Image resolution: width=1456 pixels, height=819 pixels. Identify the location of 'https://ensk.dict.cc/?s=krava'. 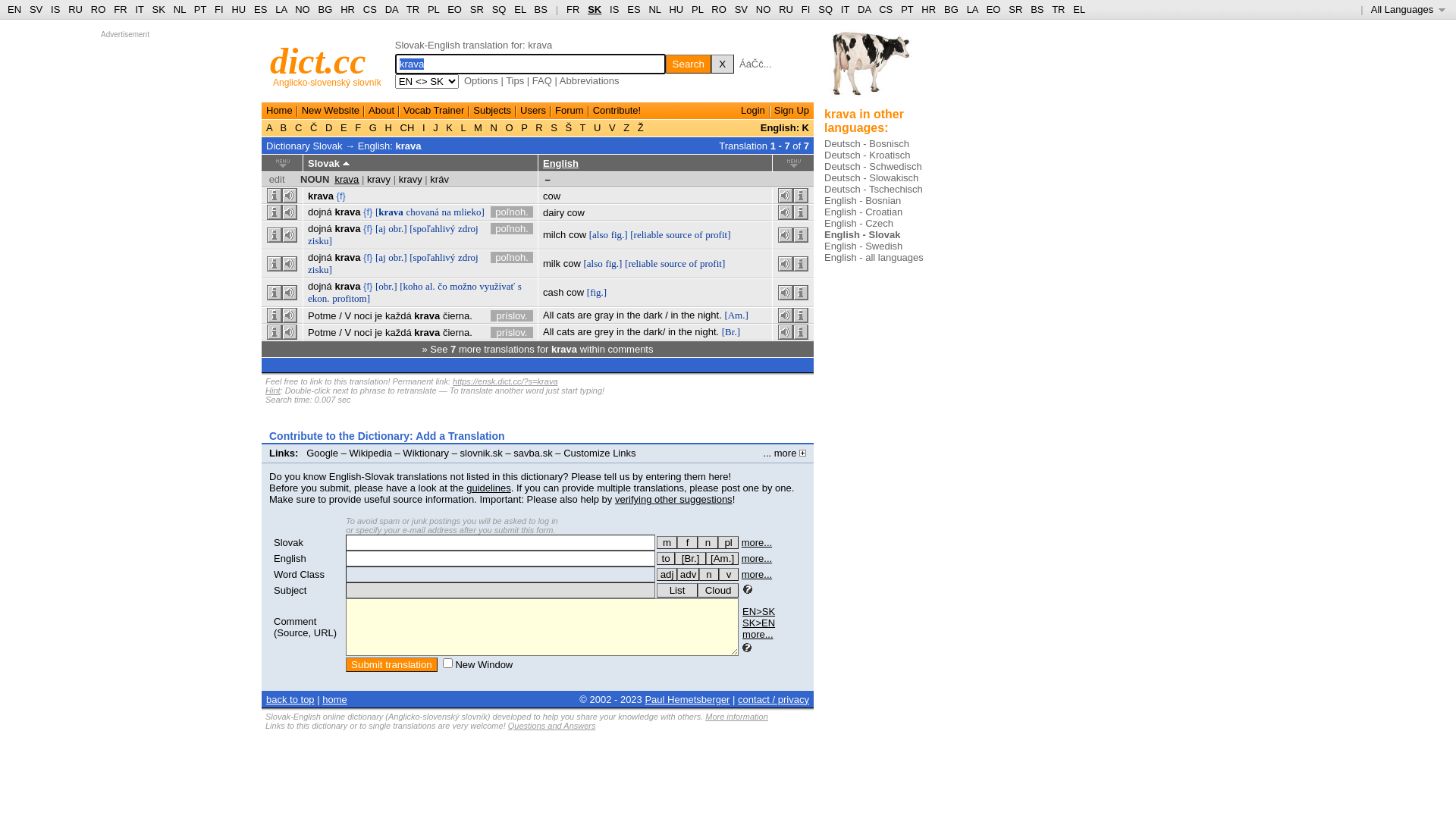
(505, 380).